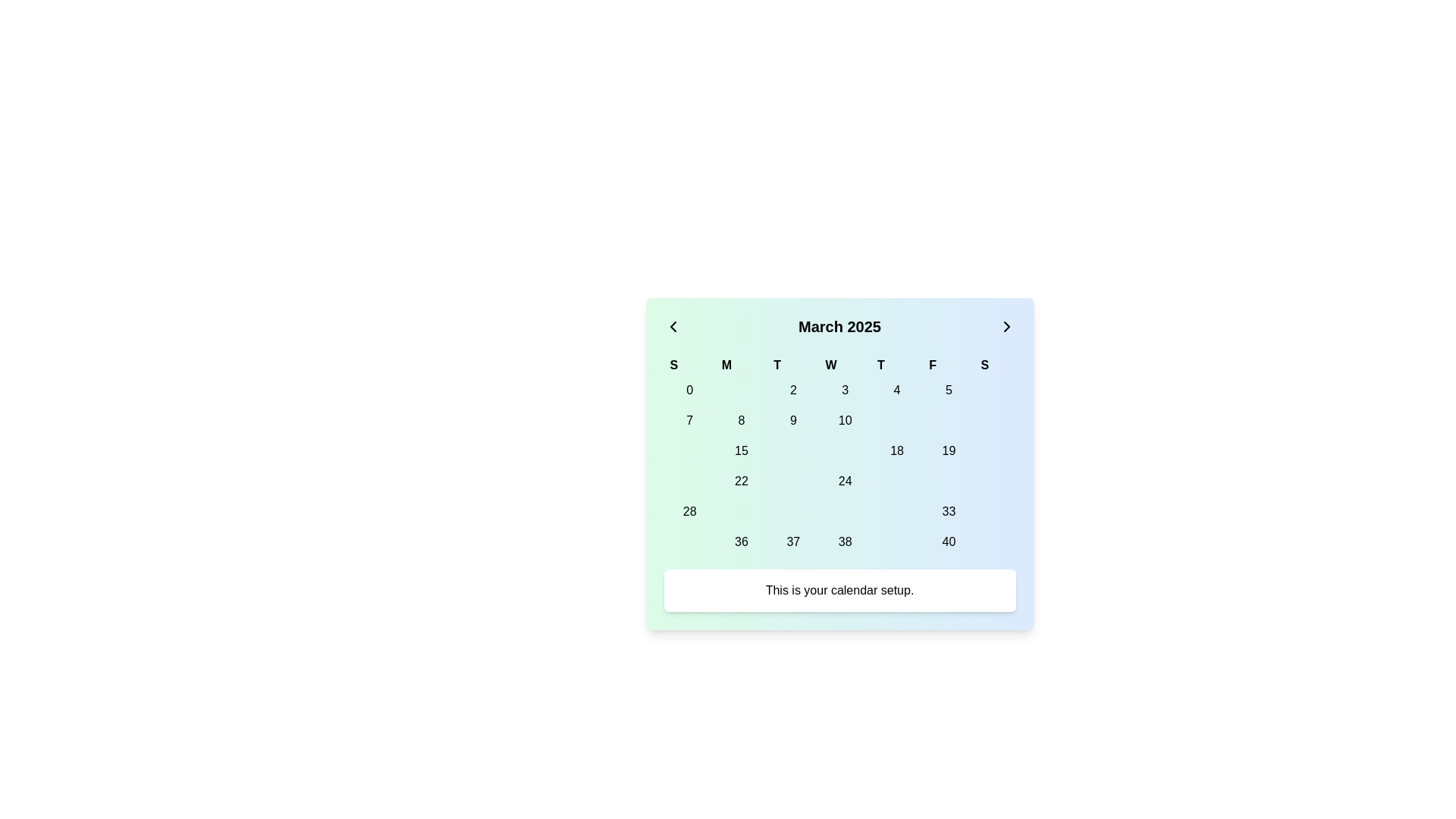 This screenshot has width=1456, height=819. Describe the element at coordinates (792, 421) in the screenshot. I see `the text label representing the calendar date '9', which is the third item in a horizontal sequence of numbers positioned between '8' and '10' in the upper part of the calendar grid` at that location.